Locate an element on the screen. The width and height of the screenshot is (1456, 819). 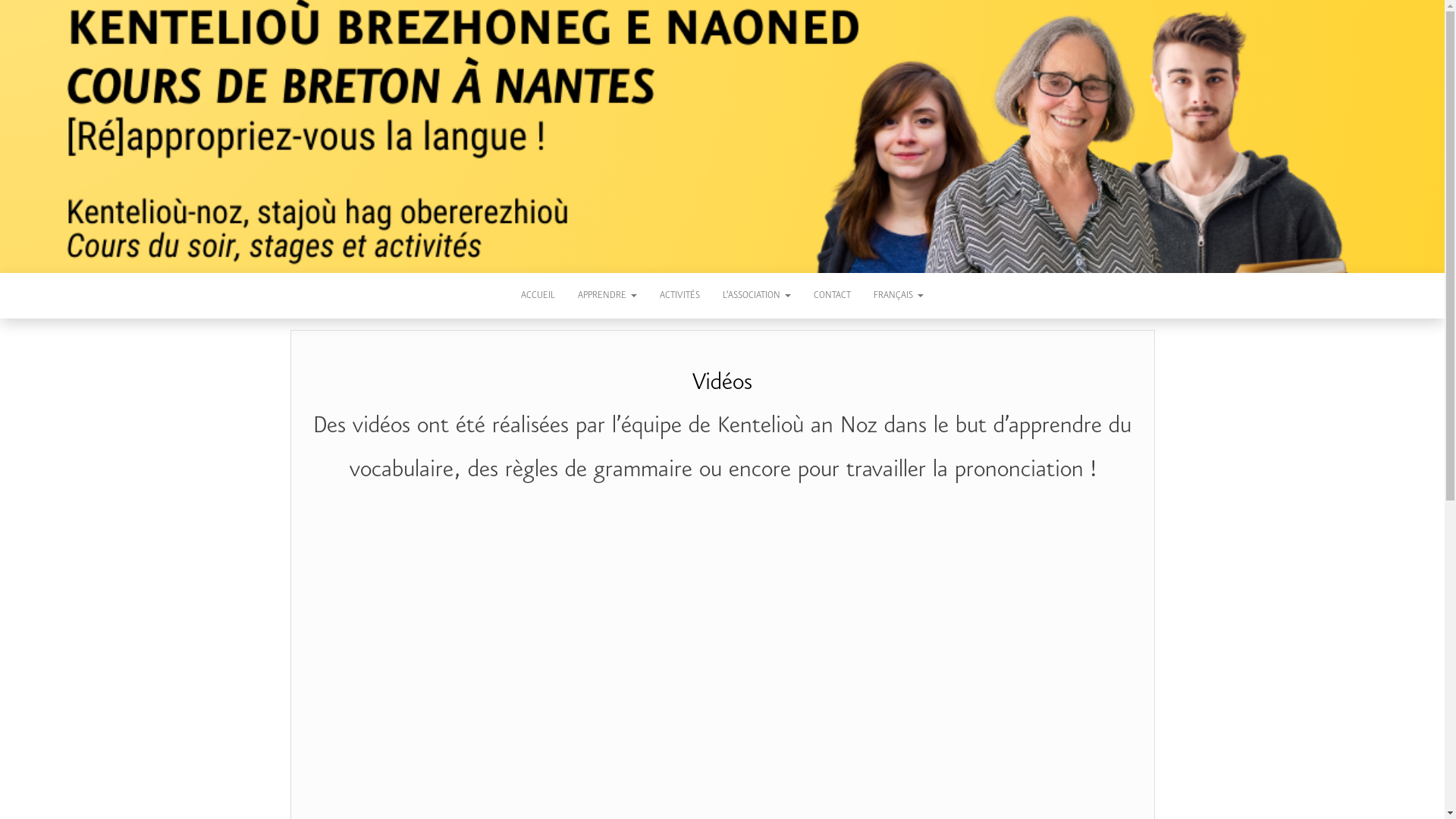
'ACCUEIL' is located at coordinates (538, 295).